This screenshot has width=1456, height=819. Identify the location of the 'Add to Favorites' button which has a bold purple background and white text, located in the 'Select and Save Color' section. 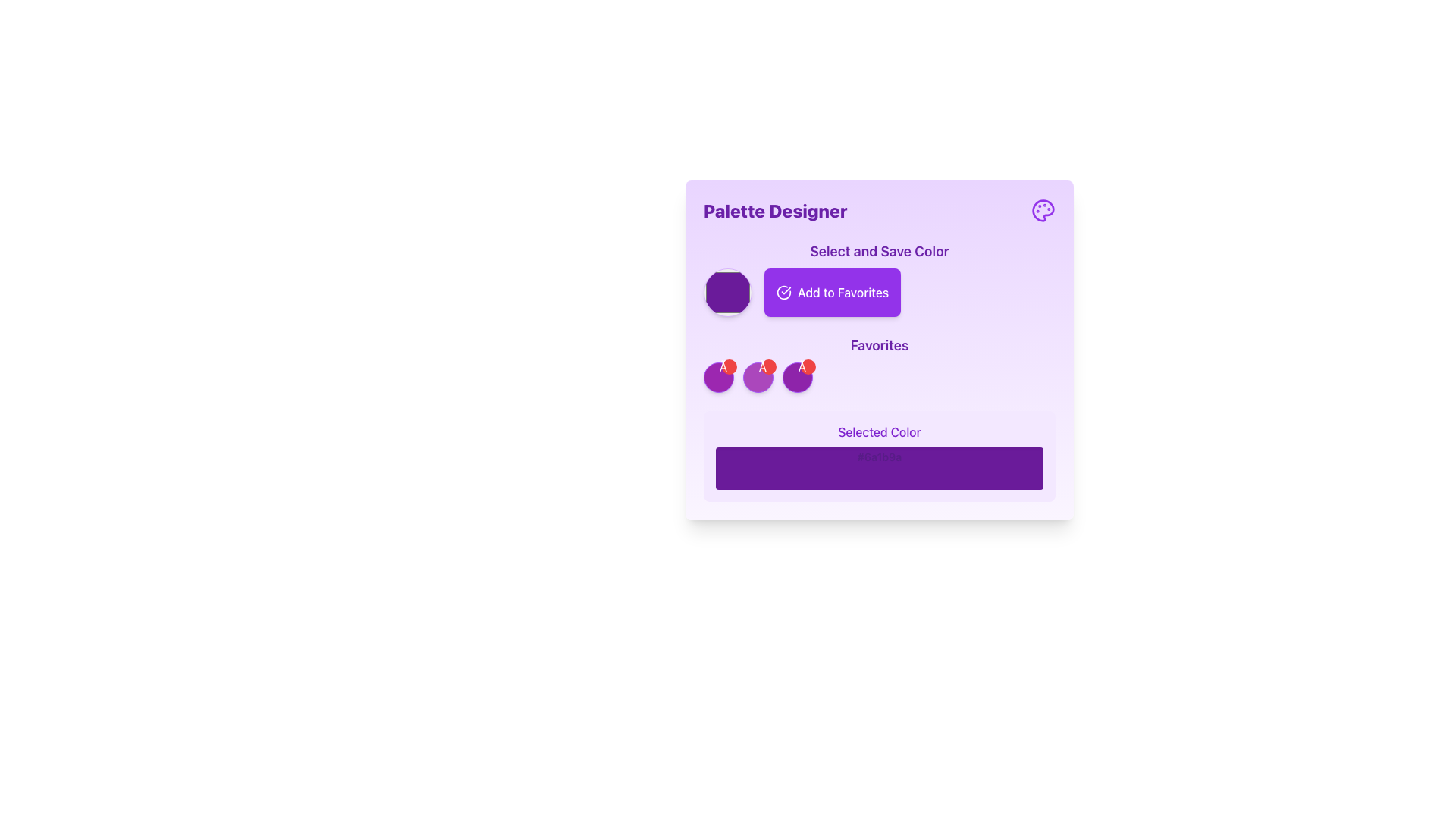
(832, 292).